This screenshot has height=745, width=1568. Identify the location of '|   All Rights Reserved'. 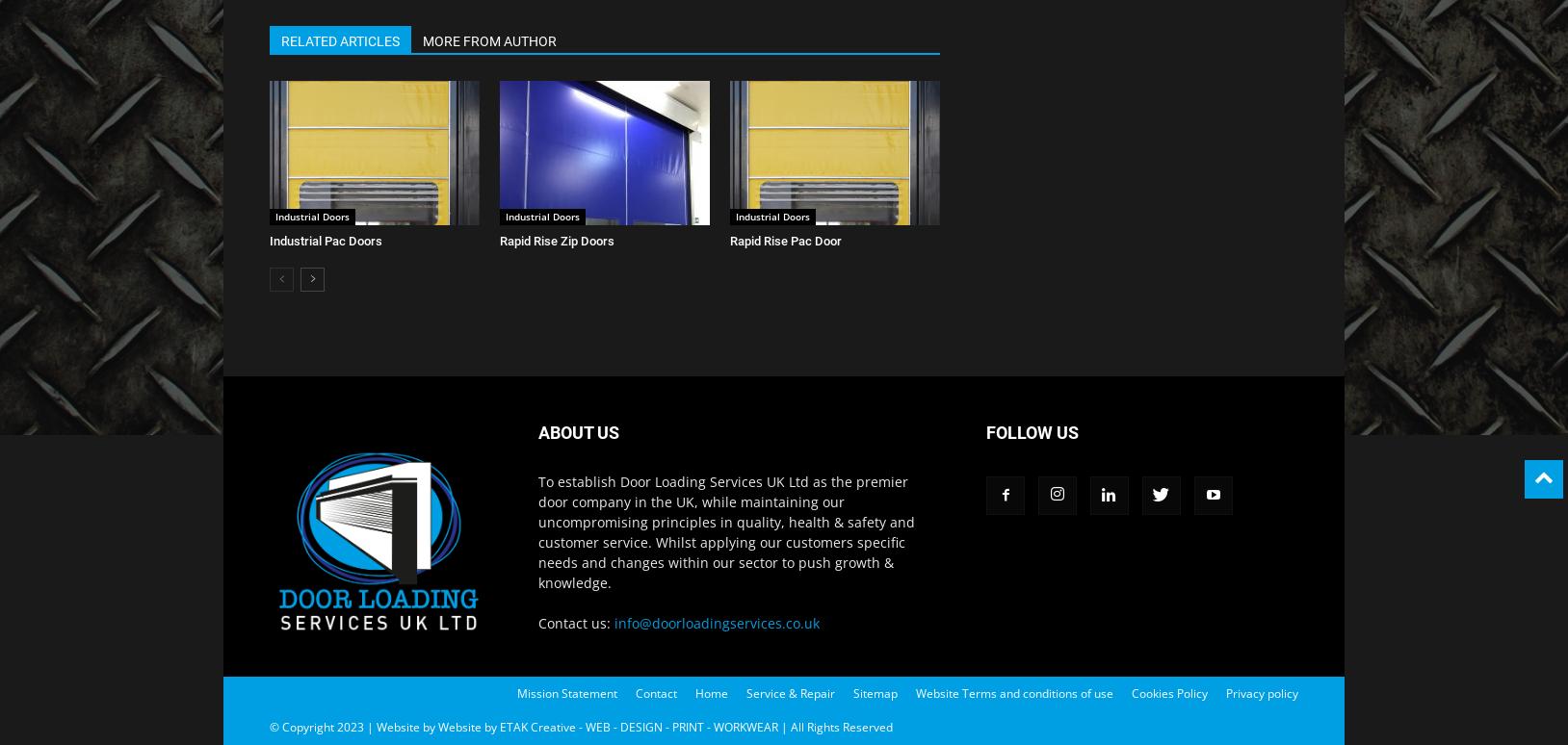
(834, 725).